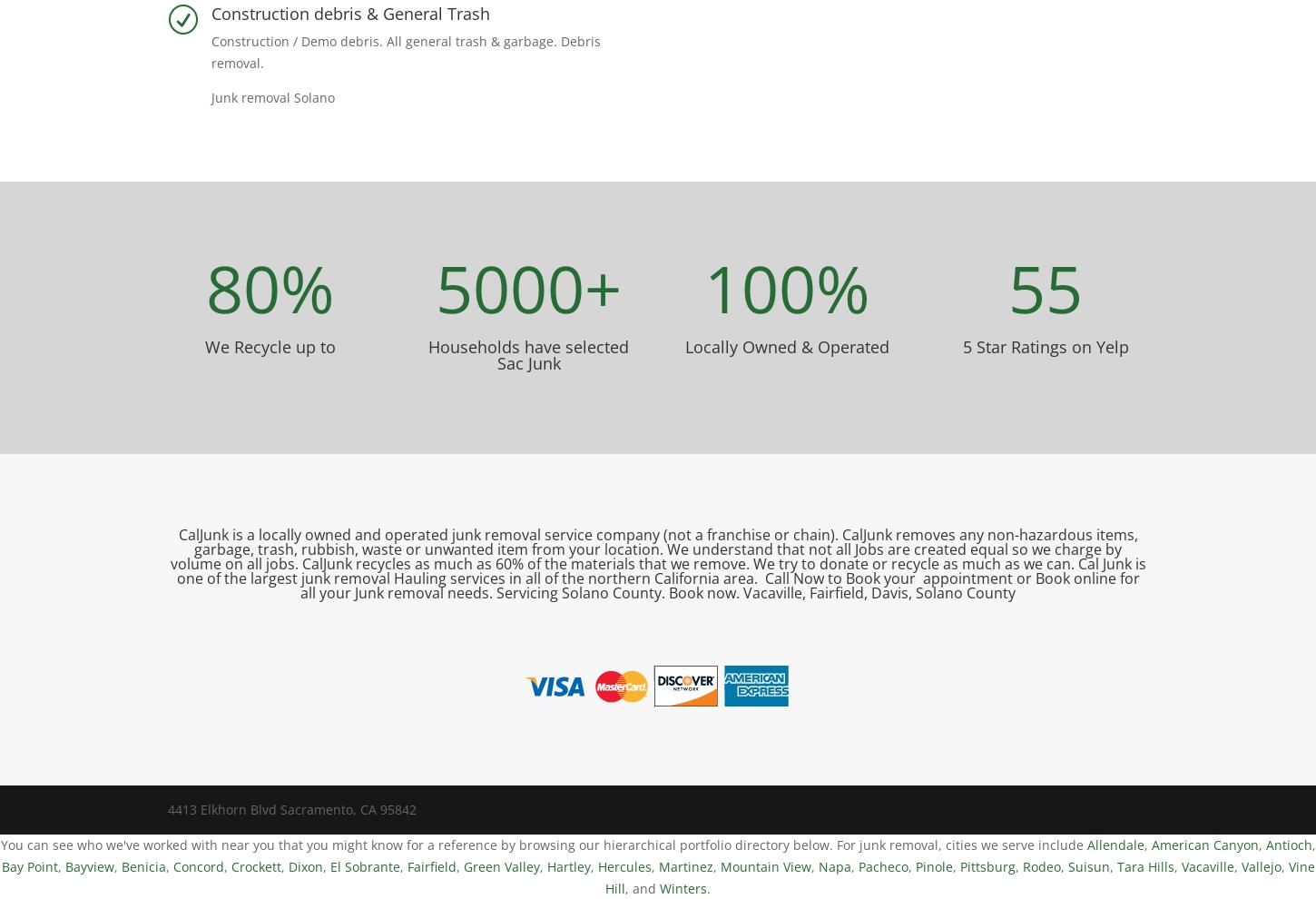  I want to click on 'Crockett', so click(255, 865).